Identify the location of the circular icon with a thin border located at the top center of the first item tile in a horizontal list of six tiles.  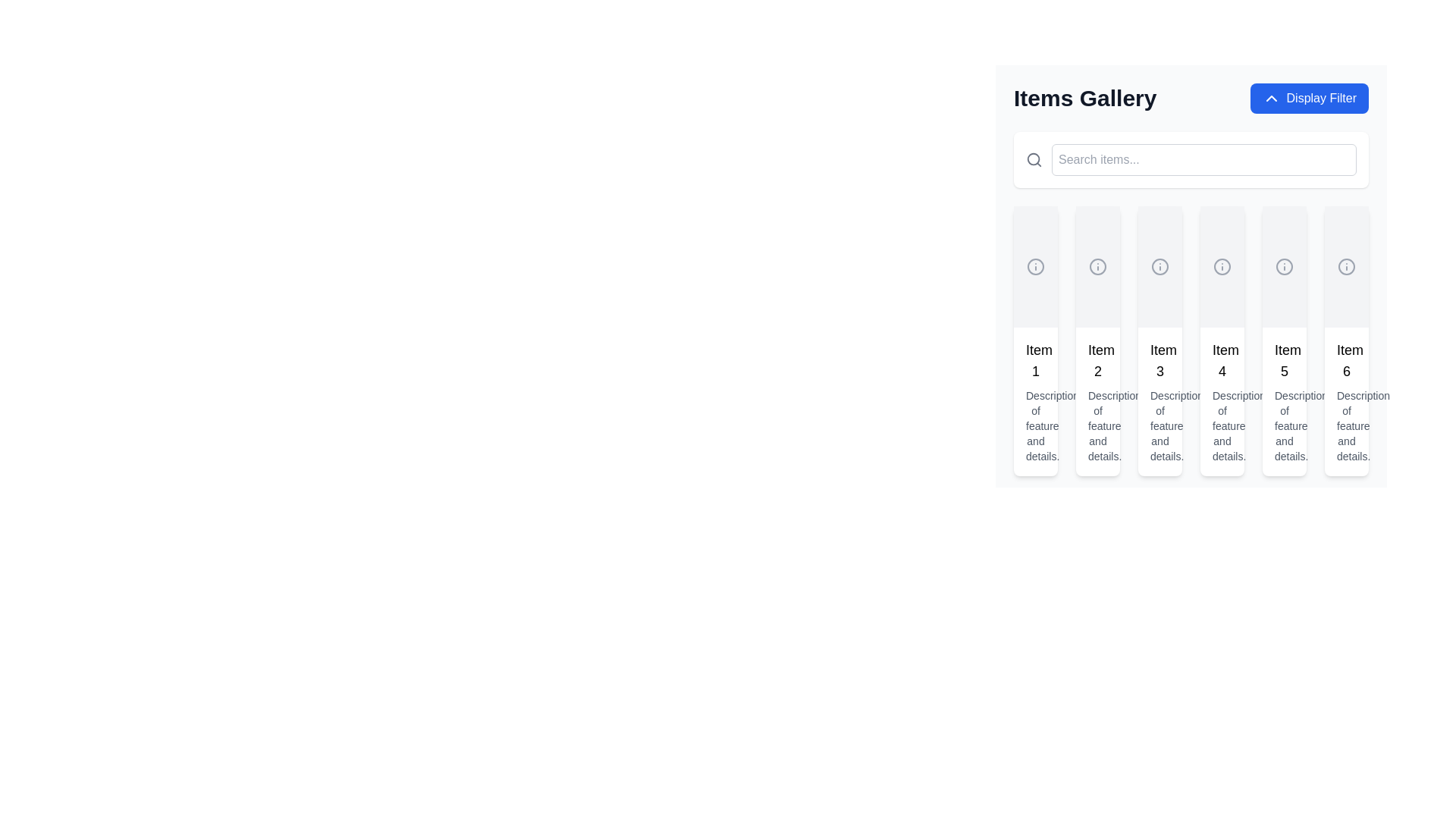
(1035, 265).